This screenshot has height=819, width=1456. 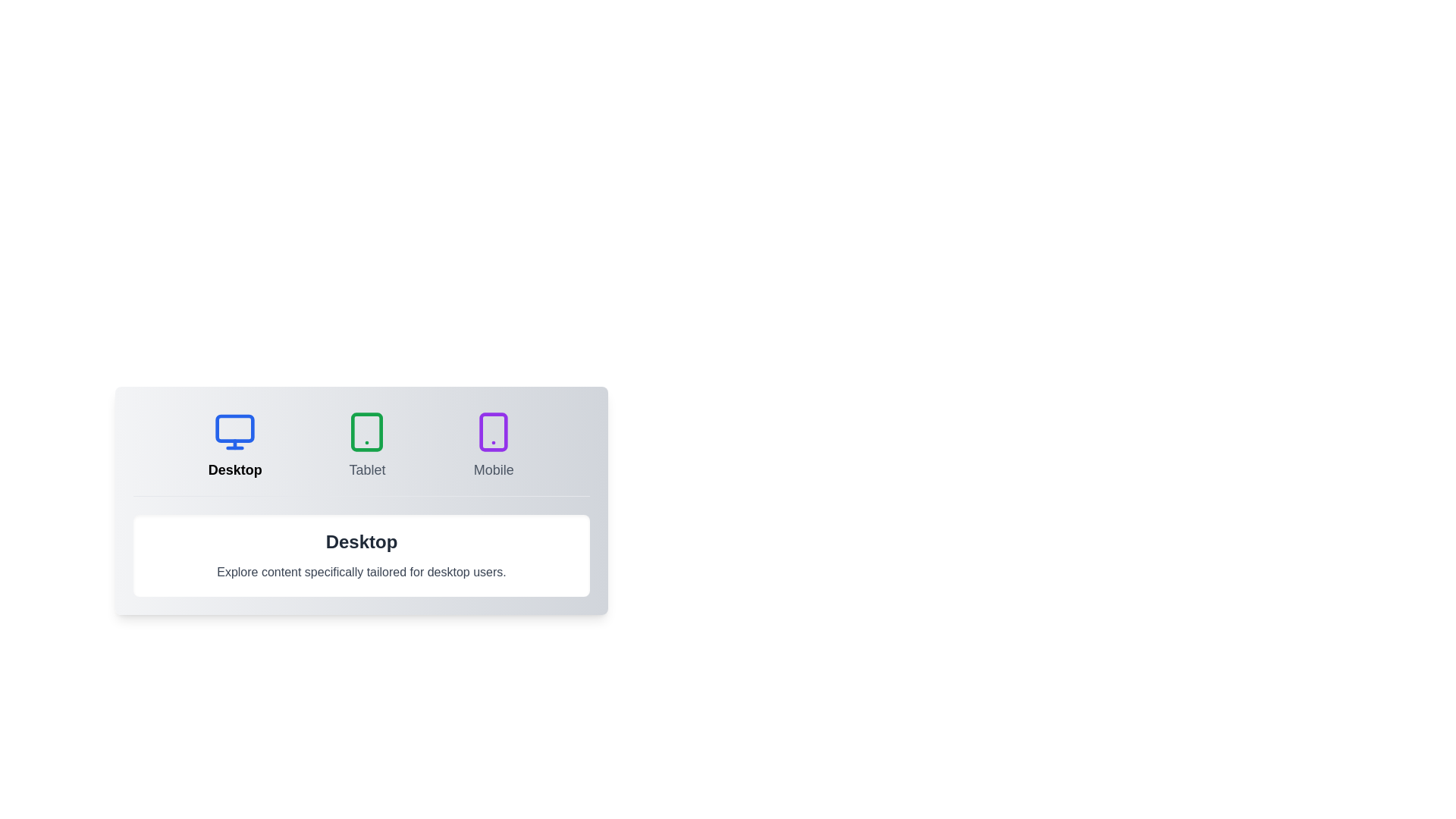 What do you see at coordinates (494, 444) in the screenshot?
I see `the Mobile tab by clicking on the corresponding button` at bounding box center [494, 444].